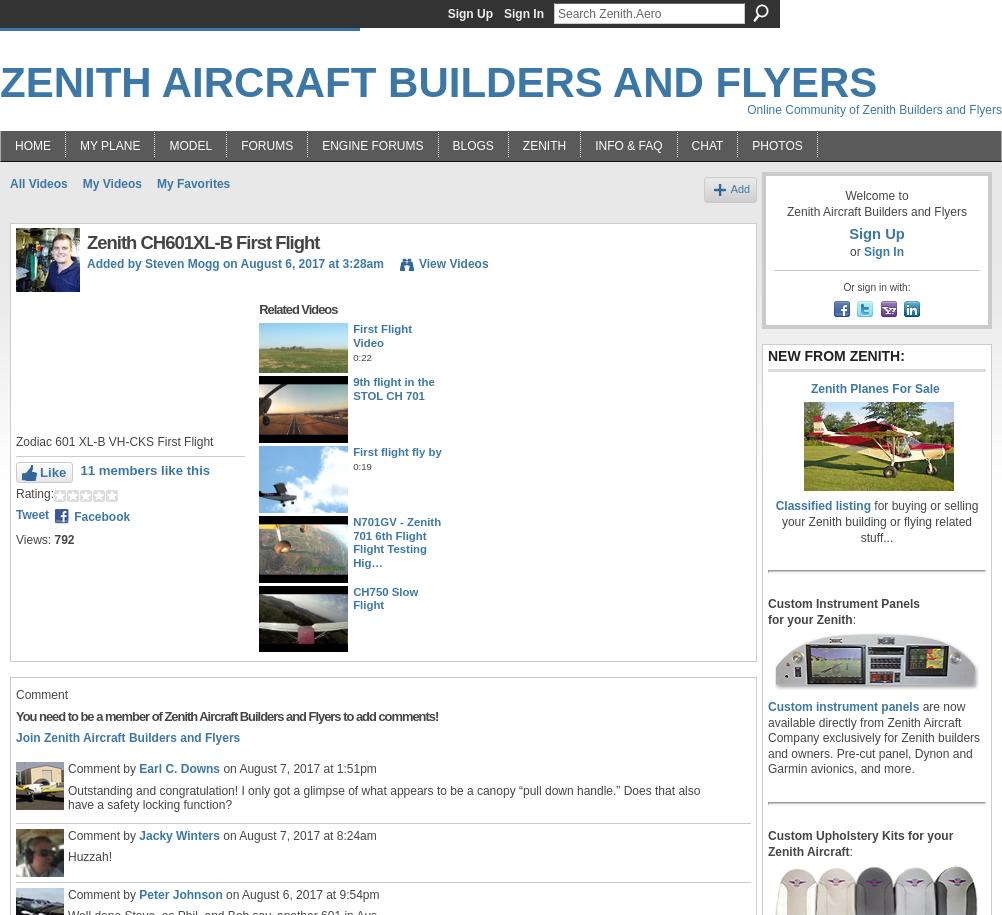 The height and width of the screenshot is (915, 1002). Describe the element at coordinates (627, 145) in the screenshot. I see `'Info & FAQ'` at that location.